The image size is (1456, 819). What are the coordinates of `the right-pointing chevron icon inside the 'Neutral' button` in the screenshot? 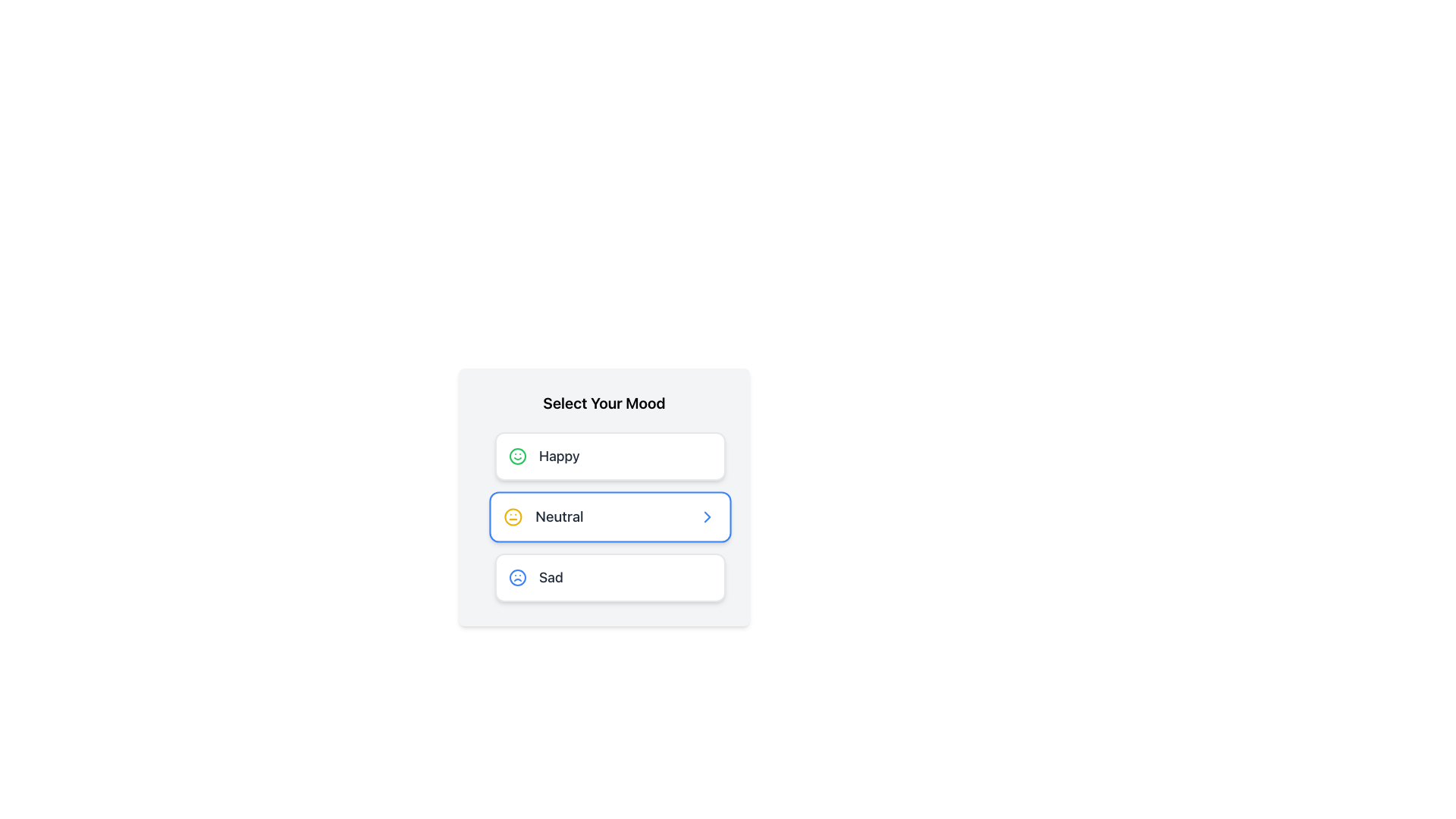 It's located at (707, 516).